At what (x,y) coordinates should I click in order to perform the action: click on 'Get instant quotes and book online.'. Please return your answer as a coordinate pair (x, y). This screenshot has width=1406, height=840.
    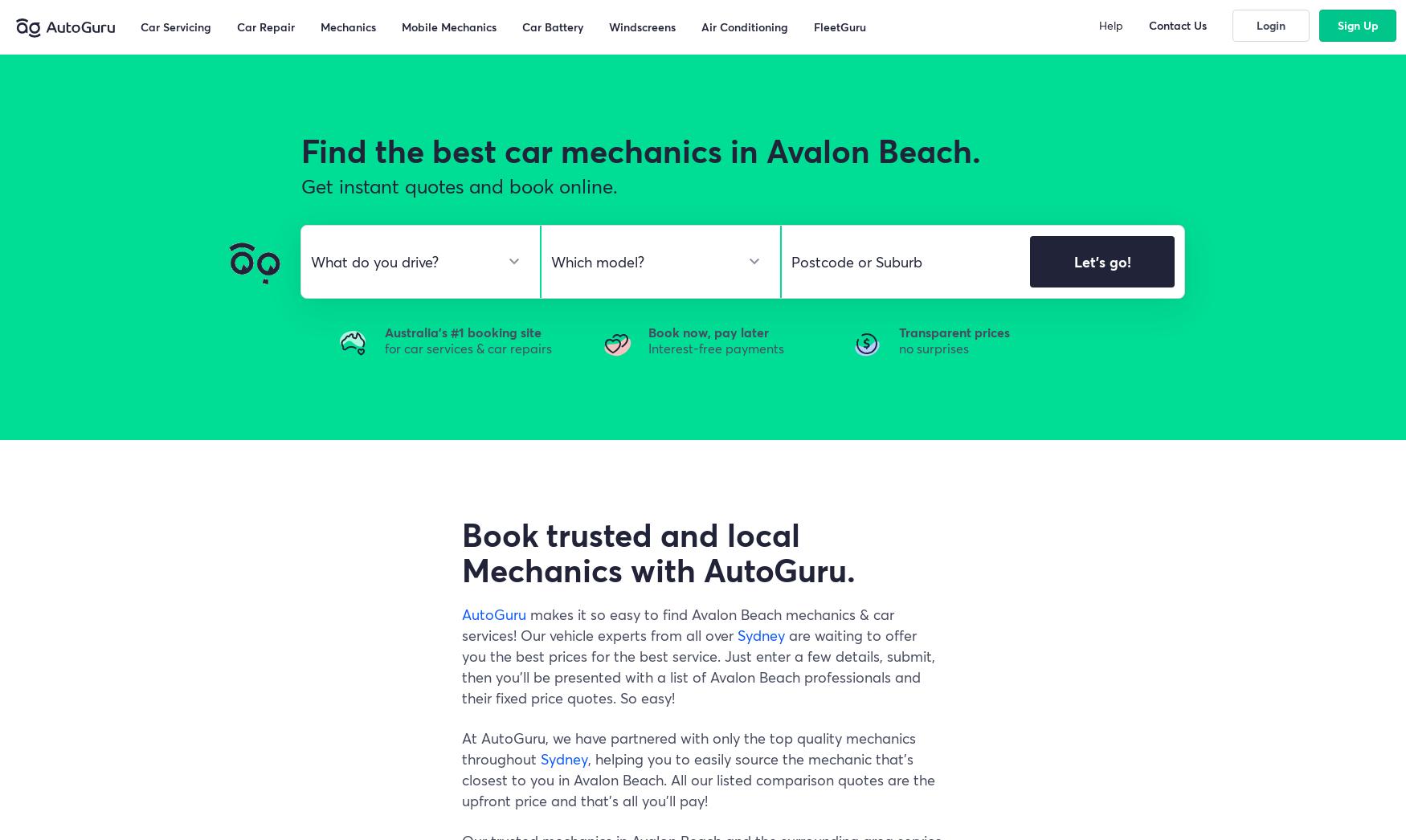
    Looking at the image, I should click on (460, 186).